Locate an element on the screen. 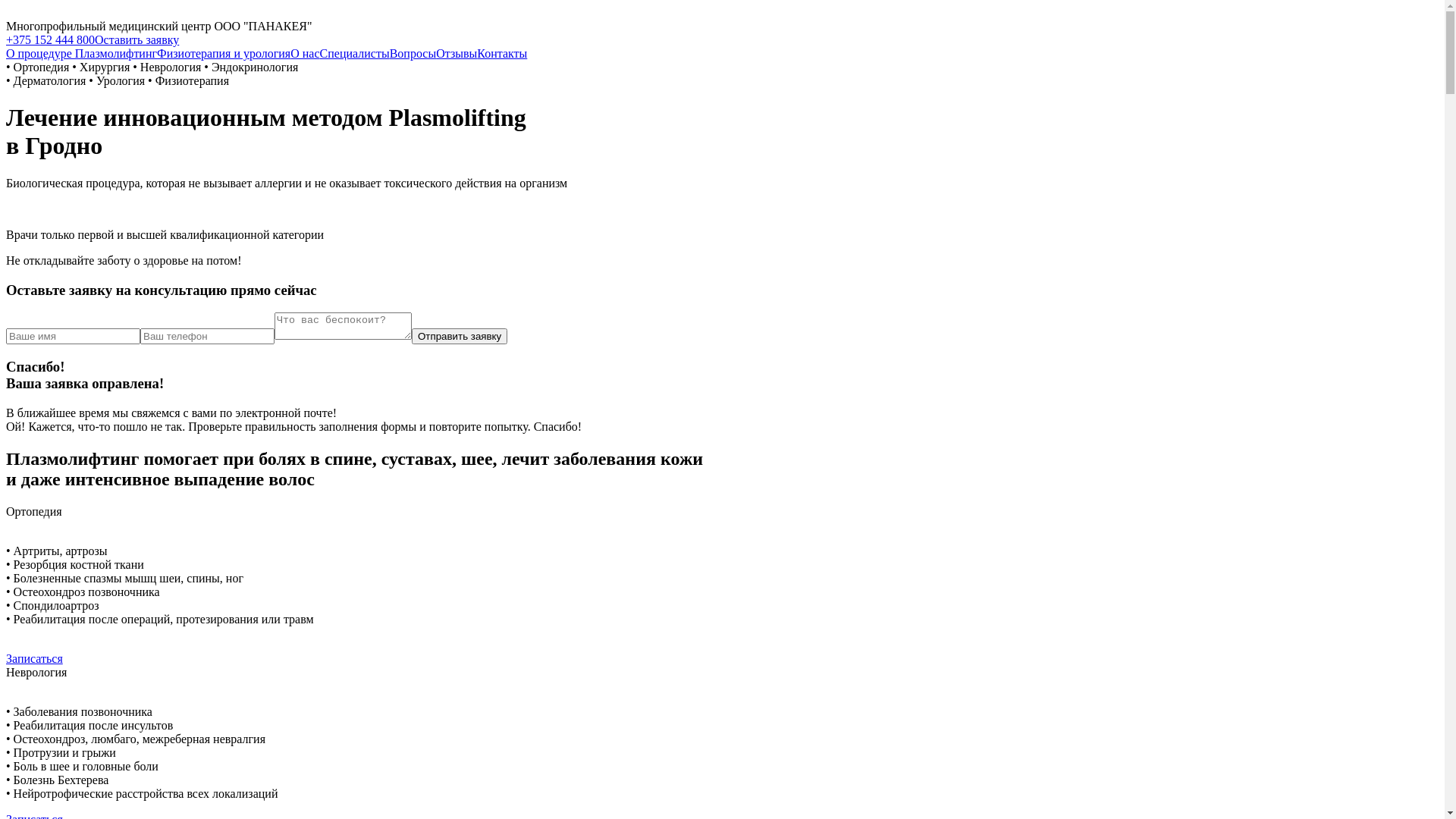 The height and width of the screenshot is (819, 1456). '+375 152 444 800' is located at coordinates (50, 39).